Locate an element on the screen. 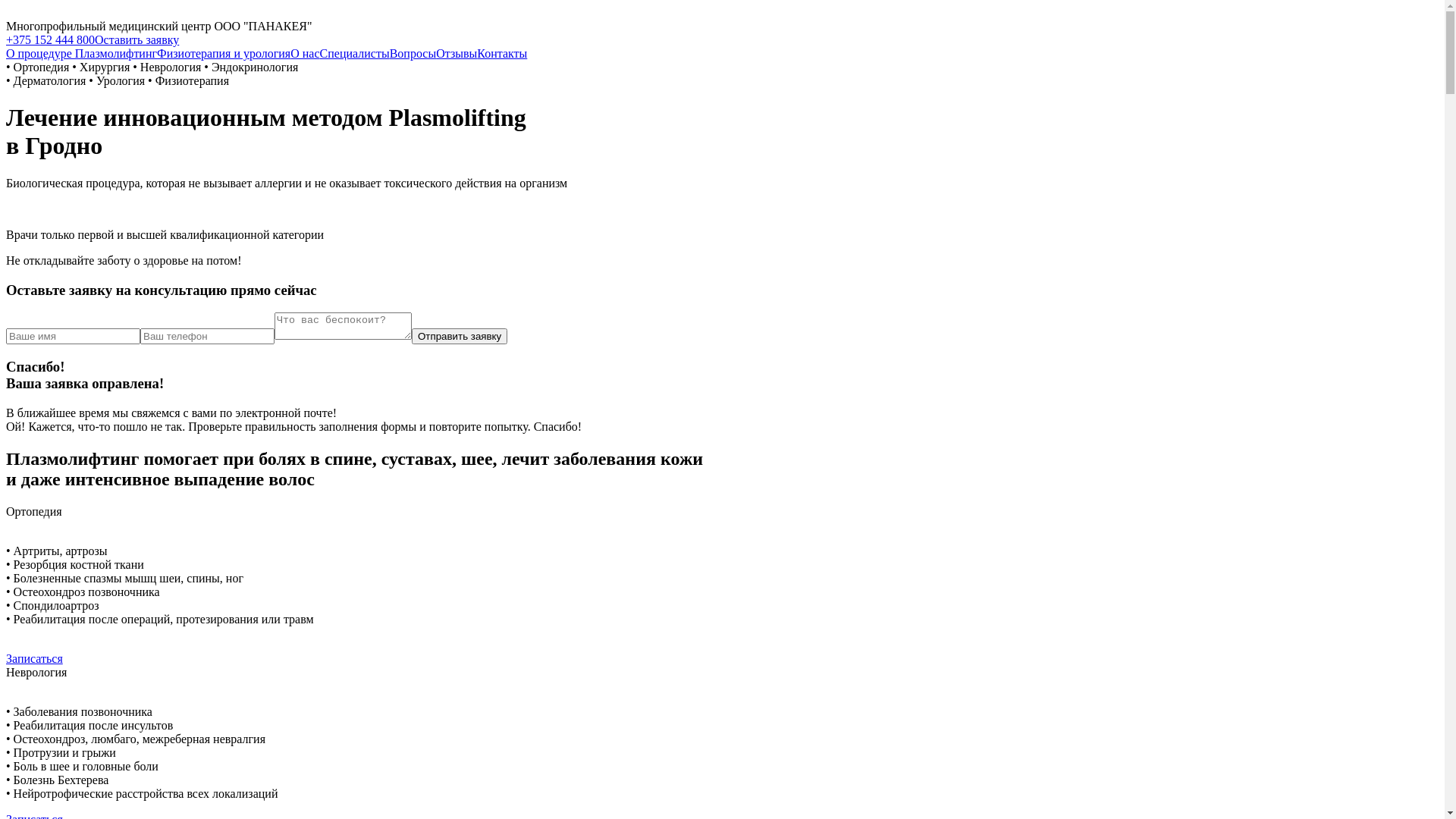 The height and width of the screenshot is (819, 1456). '+375 152 444 800' is located at coordinates (50, 39).